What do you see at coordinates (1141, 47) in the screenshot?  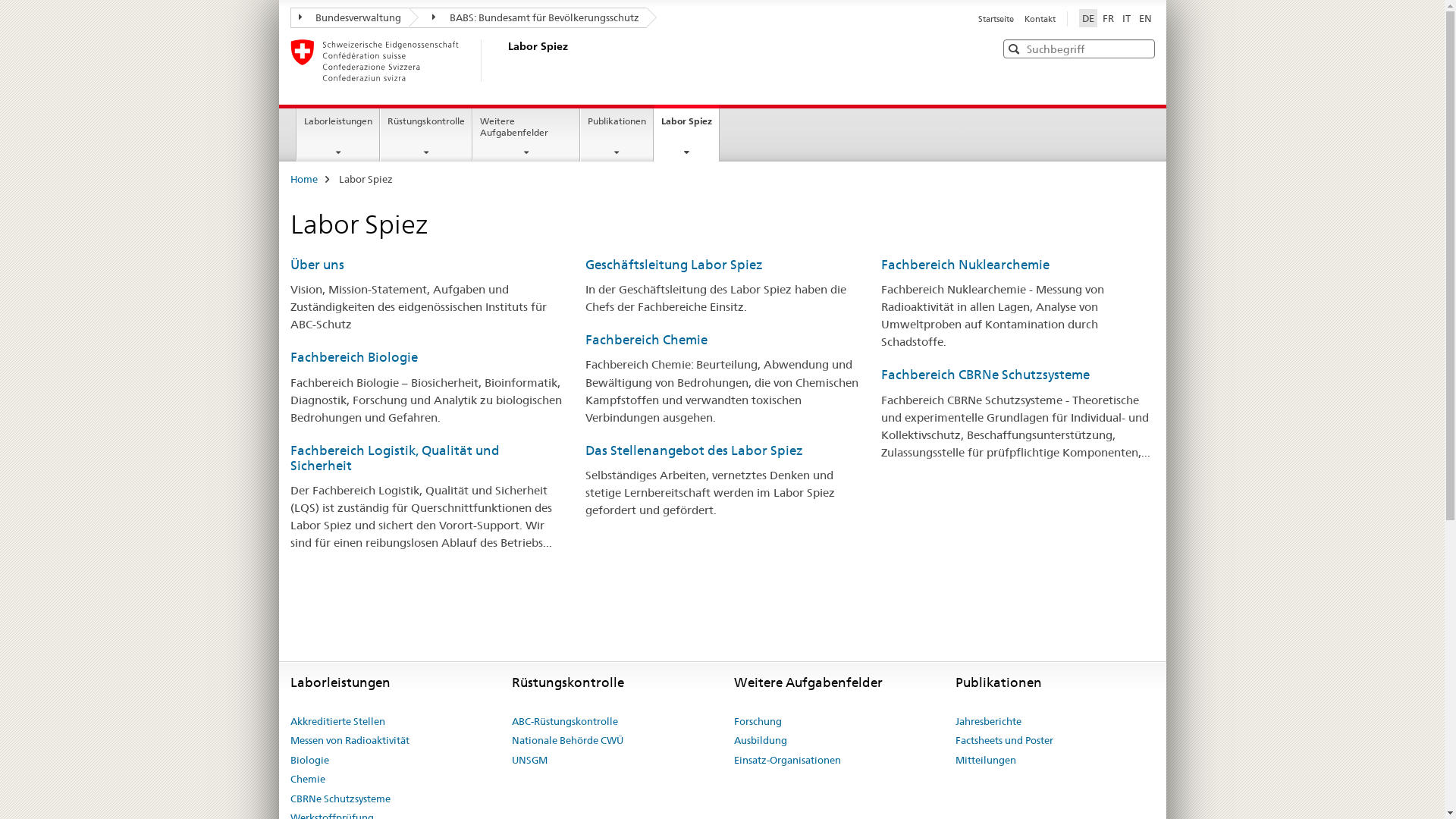 I see `'Clear'` at bounding box center [1141, 47].